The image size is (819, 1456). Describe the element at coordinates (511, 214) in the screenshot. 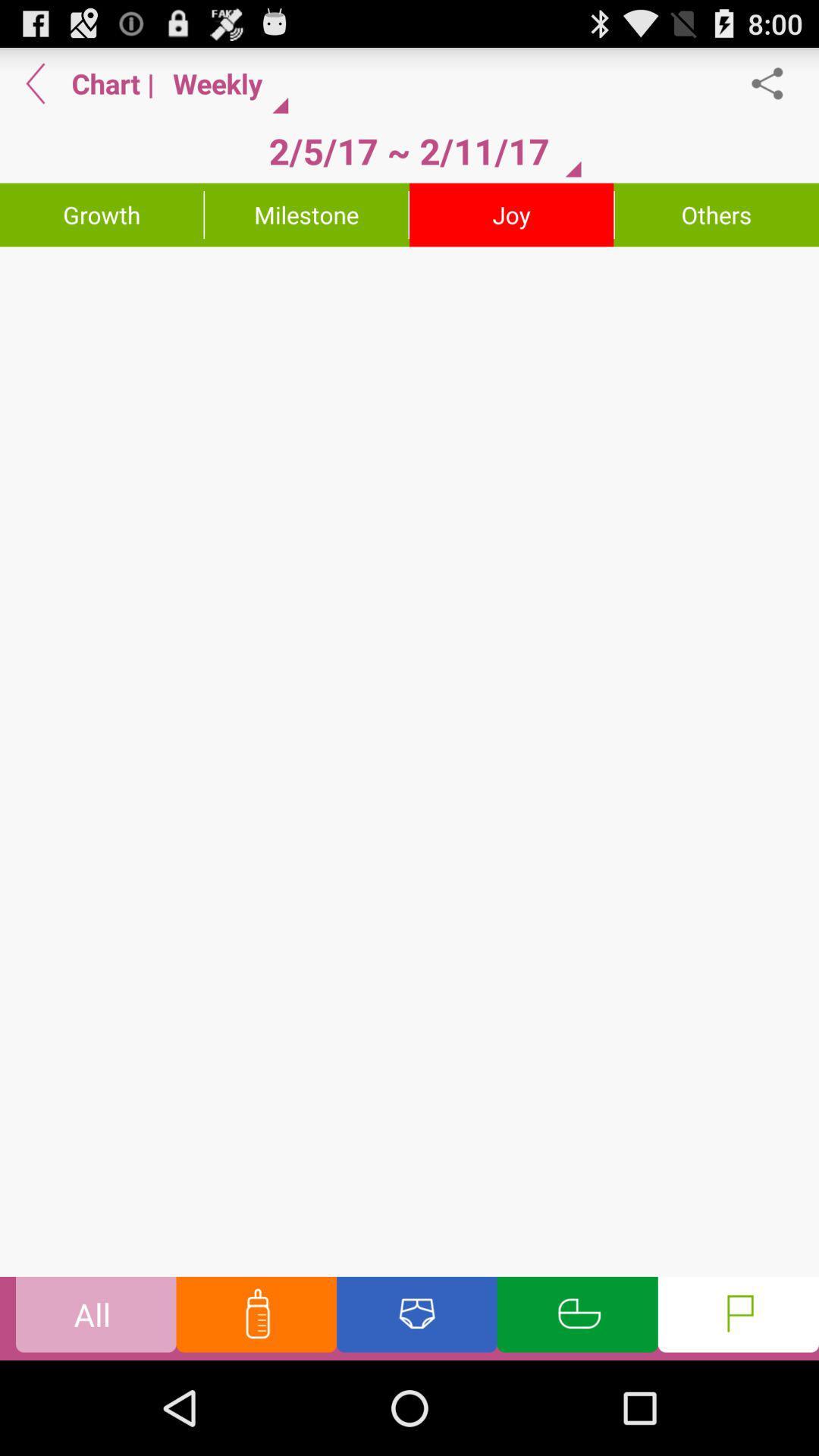

I see `the joy` at that location.